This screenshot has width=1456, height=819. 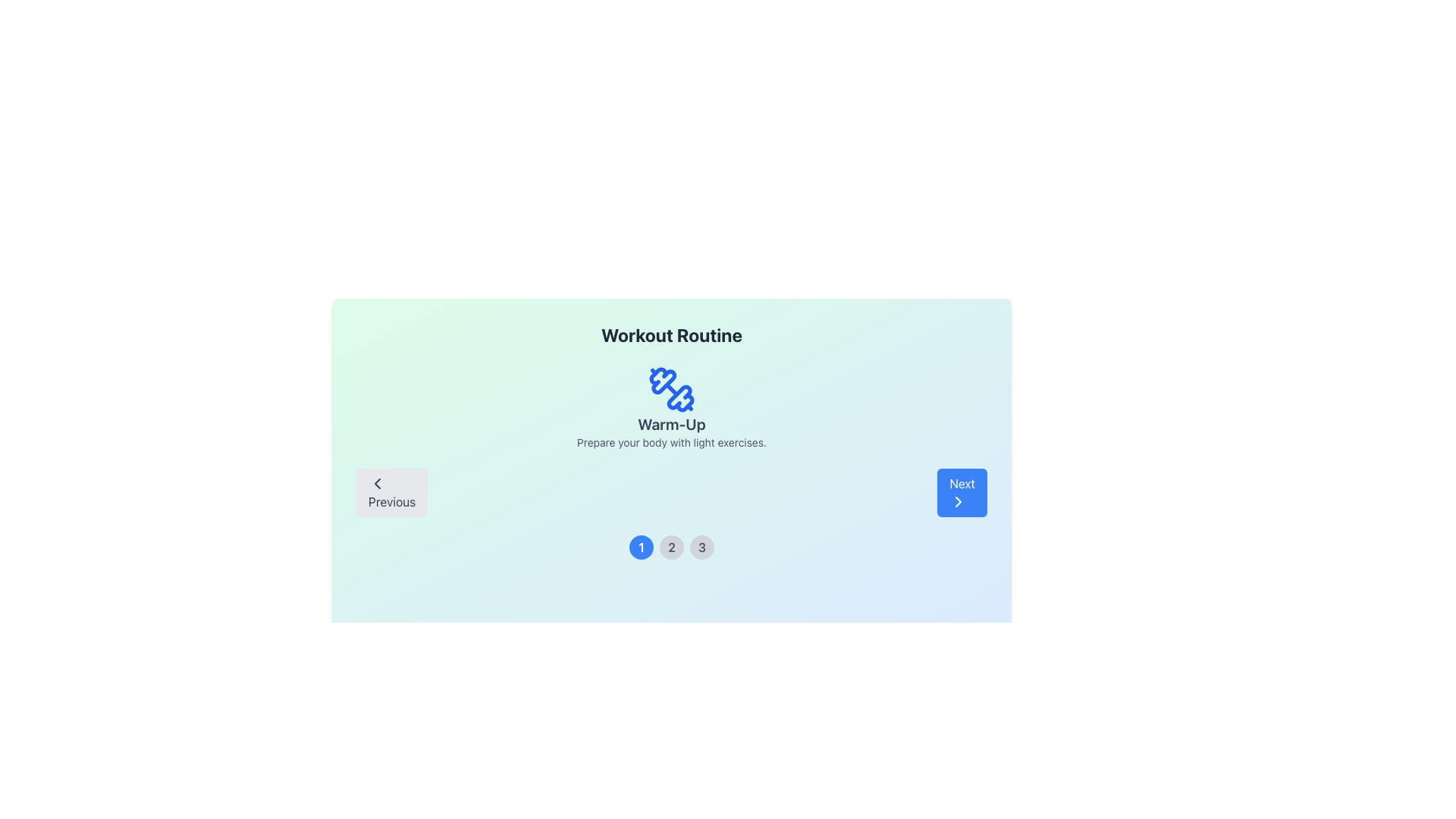 I want to click on the first circular button located at the center bottom of the layout, so click(x=641, y=547).